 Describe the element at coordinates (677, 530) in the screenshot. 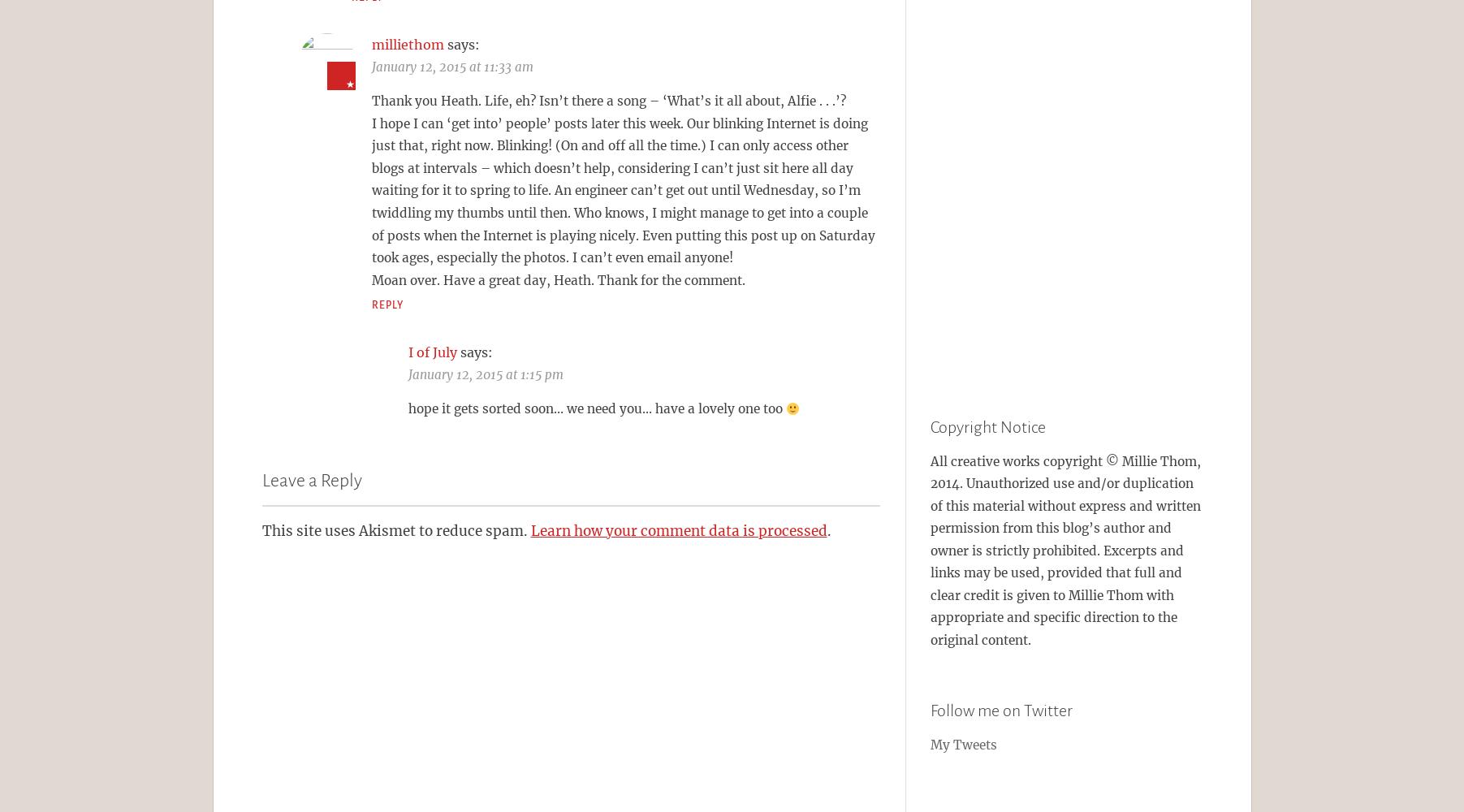

I see `'Learn how your comment data is processed'` at that location.